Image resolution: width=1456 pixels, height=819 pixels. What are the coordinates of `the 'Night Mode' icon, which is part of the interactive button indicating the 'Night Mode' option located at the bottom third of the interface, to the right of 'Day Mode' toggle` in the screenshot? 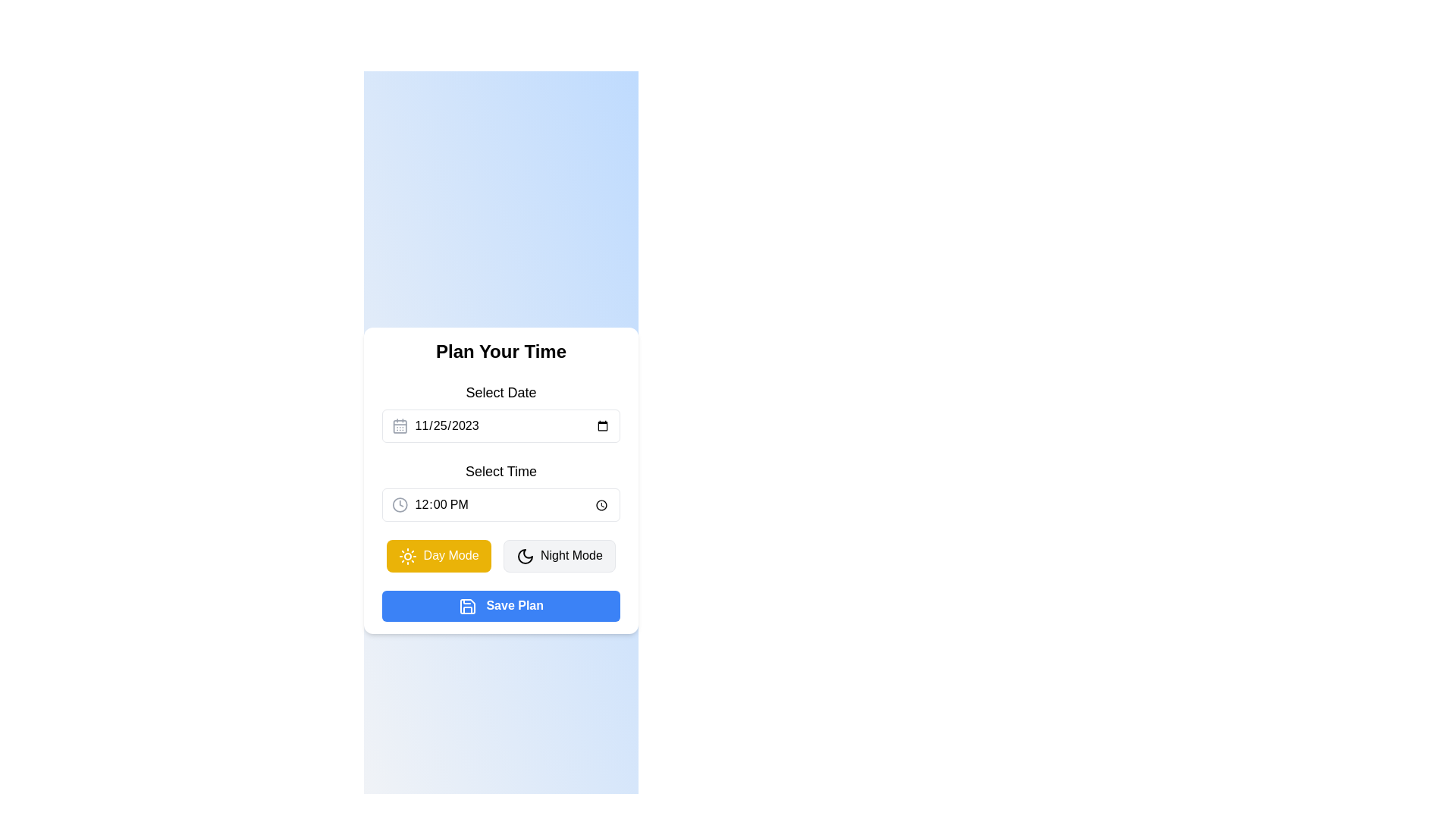 It's located at (525, 556).